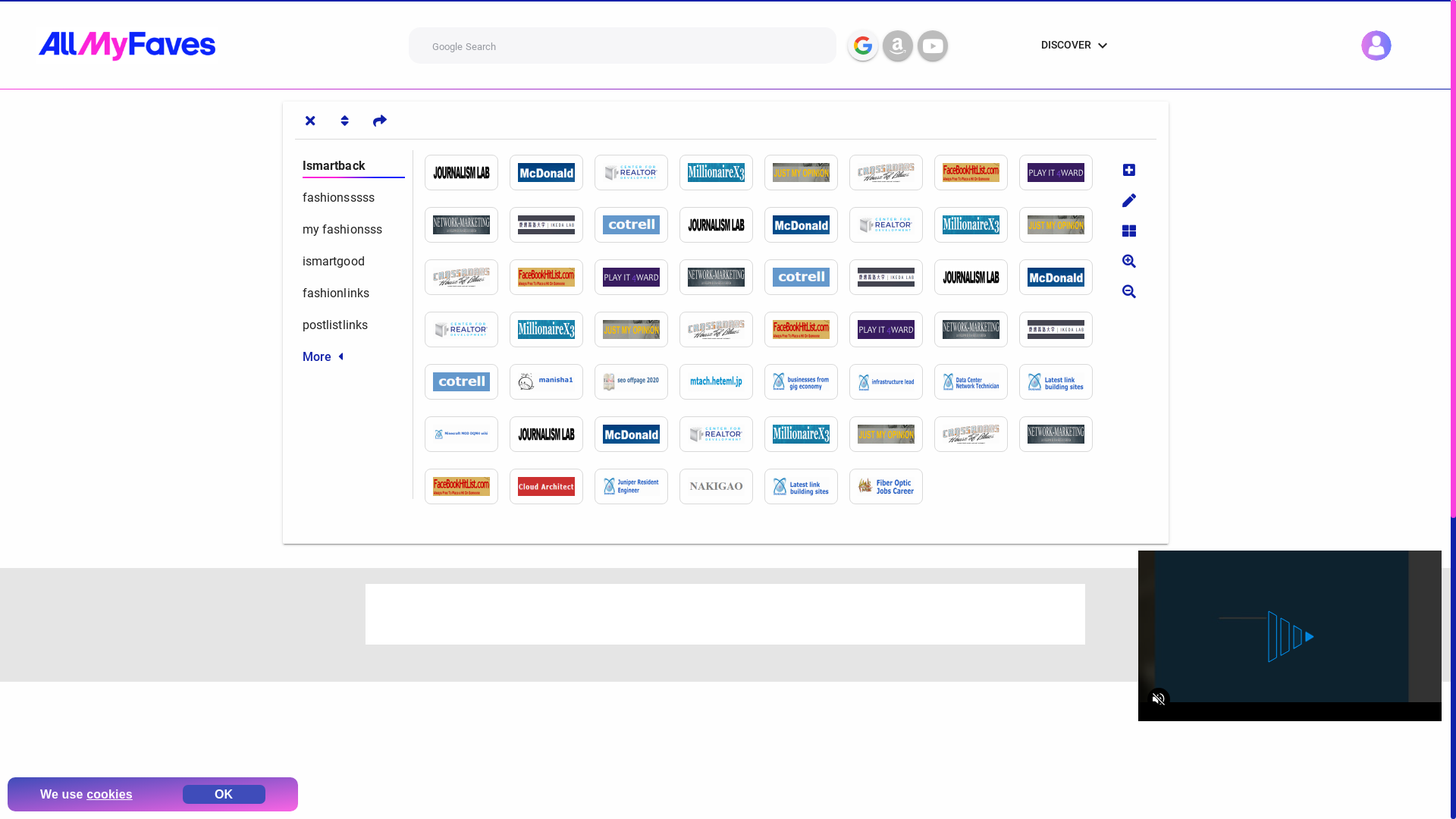  Describe the element at coordinates (1128, 231) in the screenshot. I see `'Change sites layout'` at that location.